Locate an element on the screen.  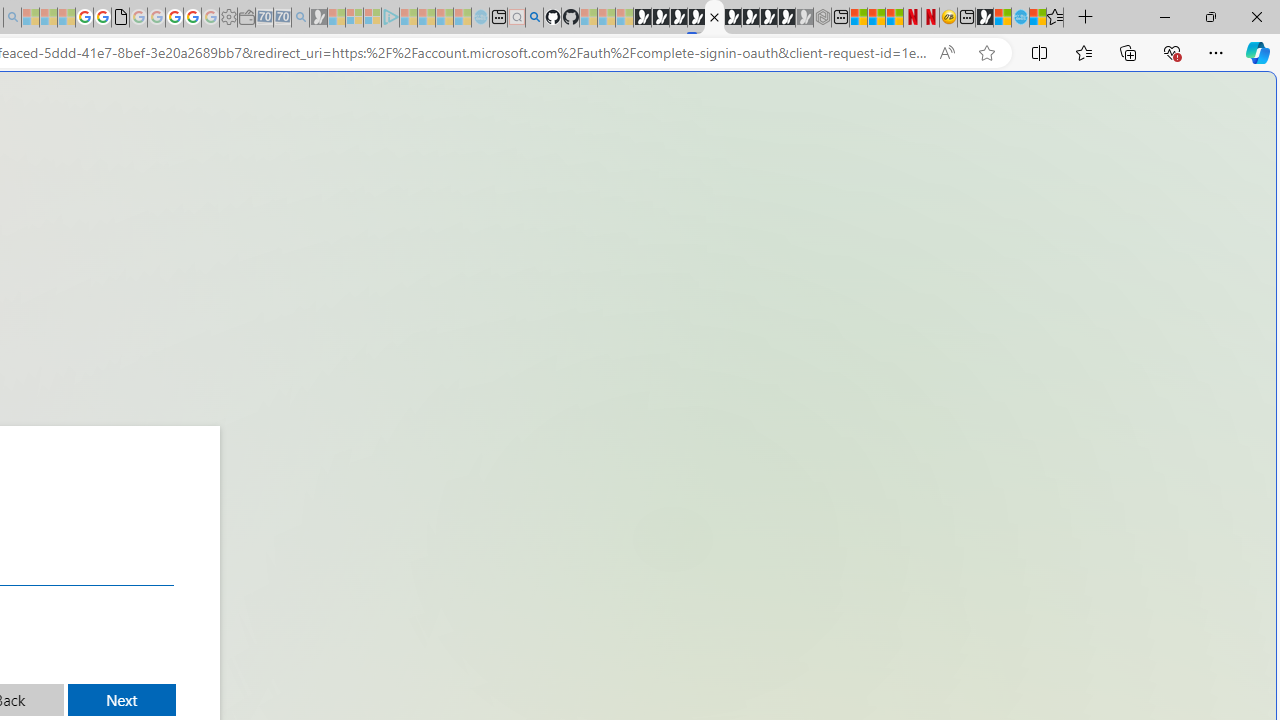
'Next' is located at coordinates (121, 699).